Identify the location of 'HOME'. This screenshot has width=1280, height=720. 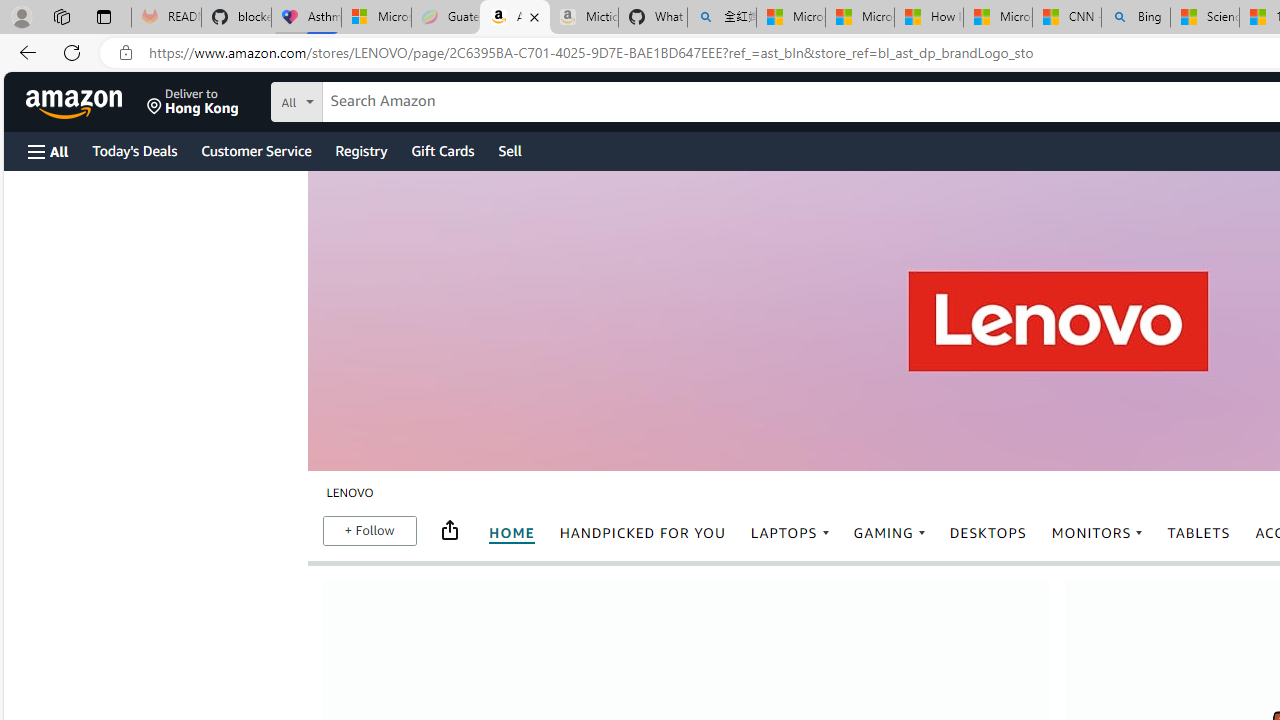
(510, 533).